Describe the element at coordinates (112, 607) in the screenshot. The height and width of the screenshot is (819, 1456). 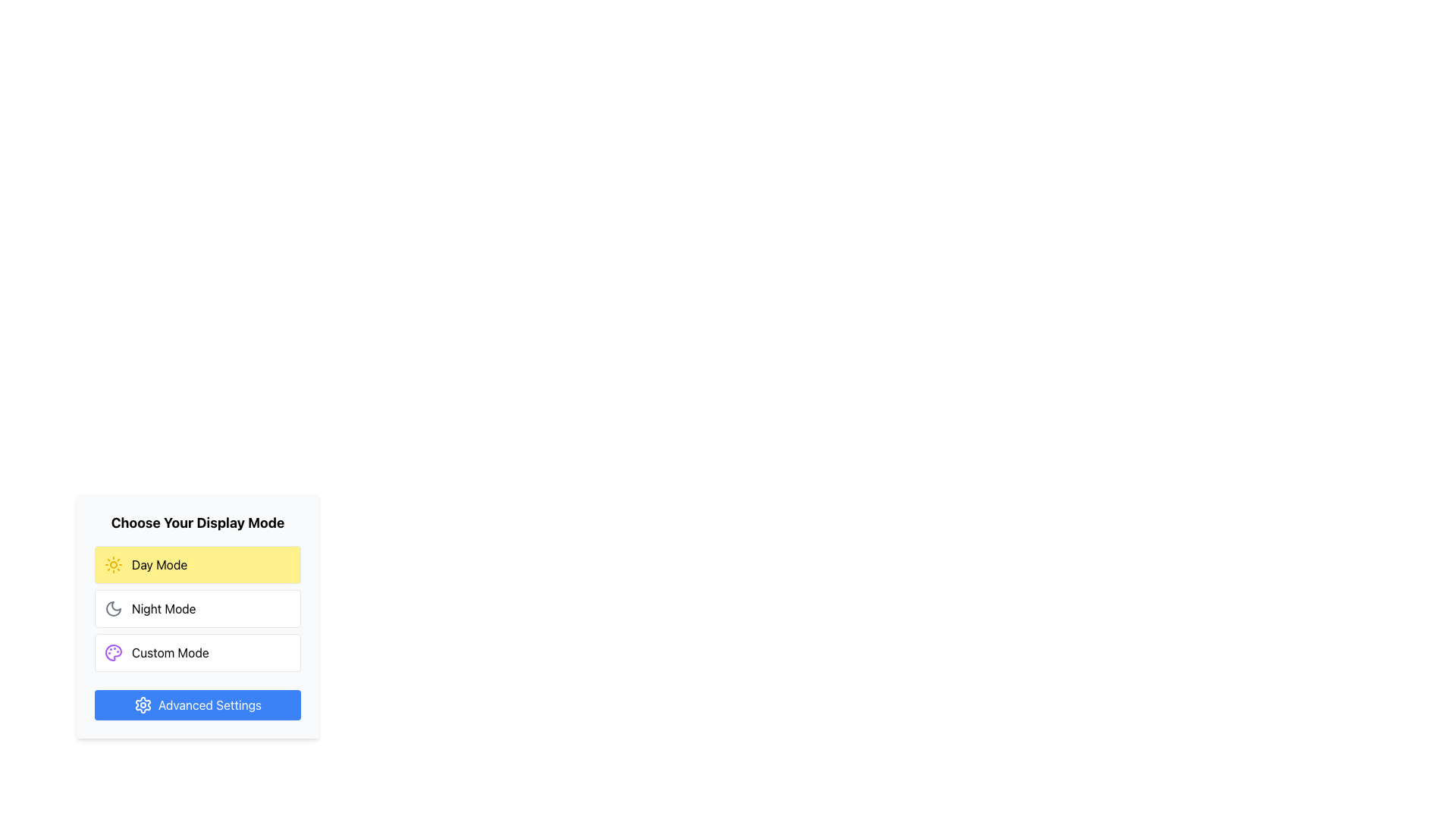
I see `the decorative 'Night Mode' icon, which is a moon symbol, located in the 'Choose Your Display Mode' dialog, preceding the text label 'Night Mode'` at that location.